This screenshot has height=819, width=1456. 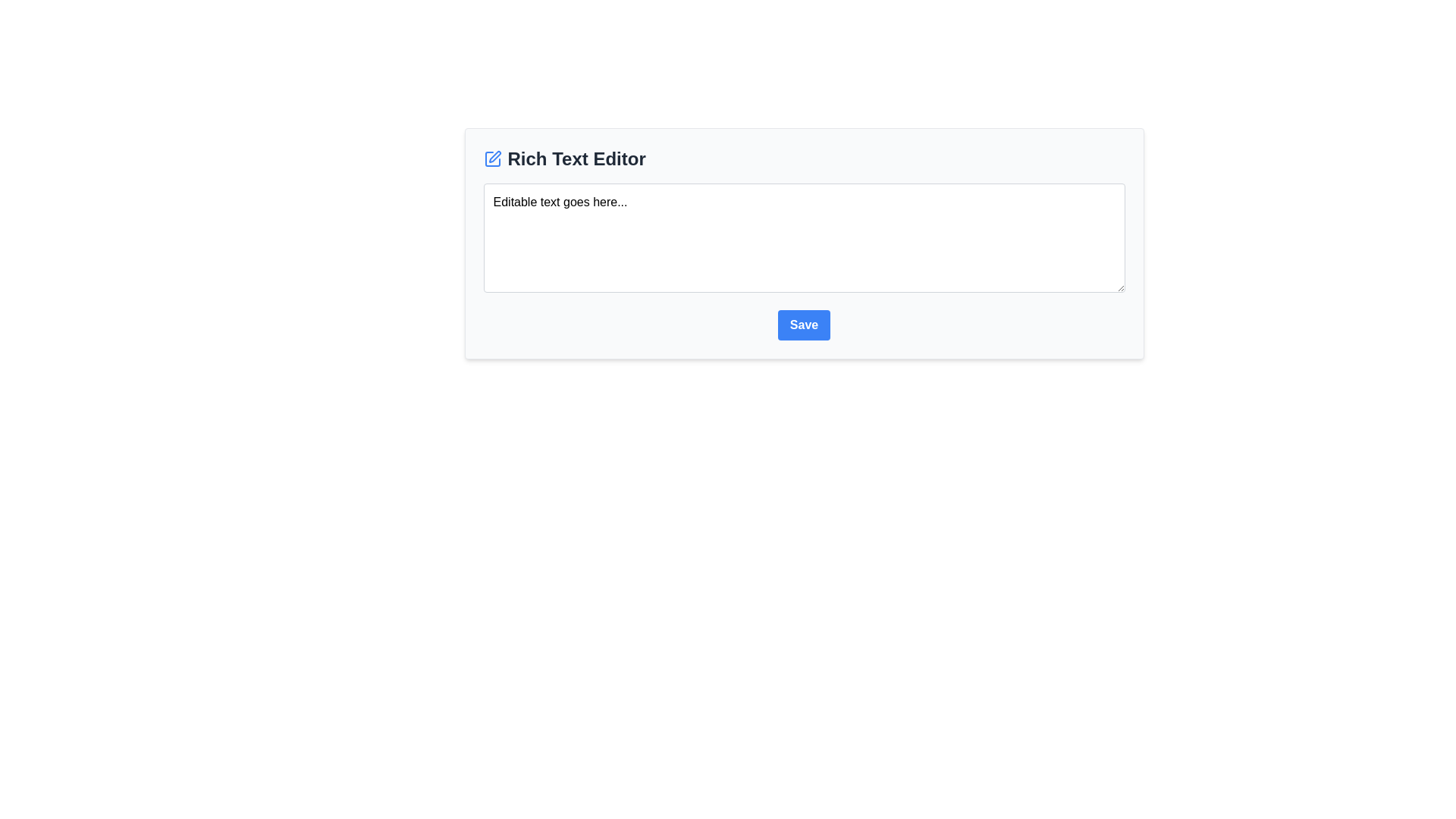 I want to click on the 'Rich Text Editor' header, which is a bold, large text element prominently displayed in the top-left quadrant of the interface, so click(x=576, y=158).